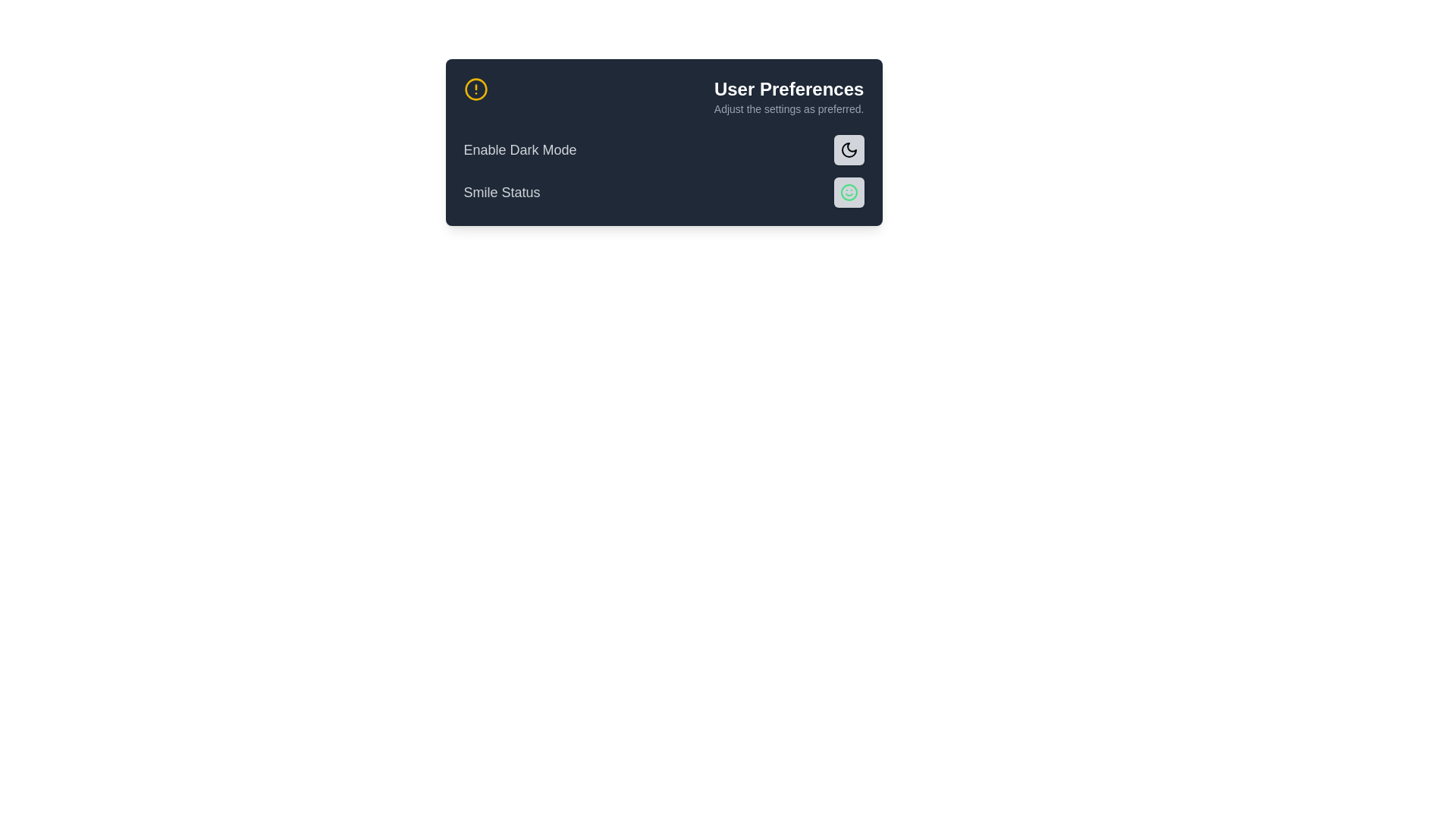 The height and width of the screenshot is (819, 1456). I want to click on the second interactive button in the 'Smile Status' section, so click(848, 192).